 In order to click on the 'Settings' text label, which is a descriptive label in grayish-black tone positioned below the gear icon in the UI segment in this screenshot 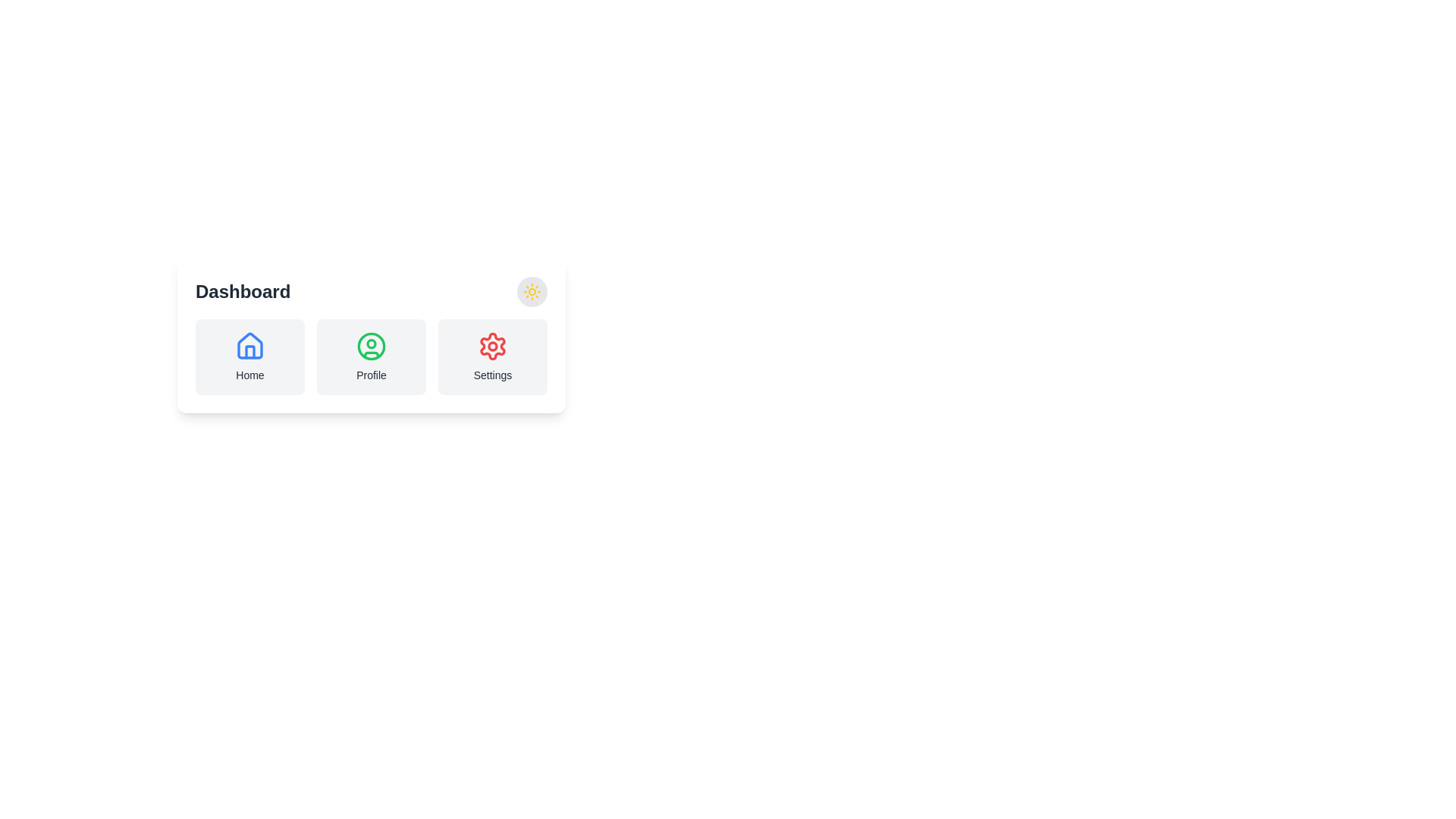, I will do `click(492, 375)`.